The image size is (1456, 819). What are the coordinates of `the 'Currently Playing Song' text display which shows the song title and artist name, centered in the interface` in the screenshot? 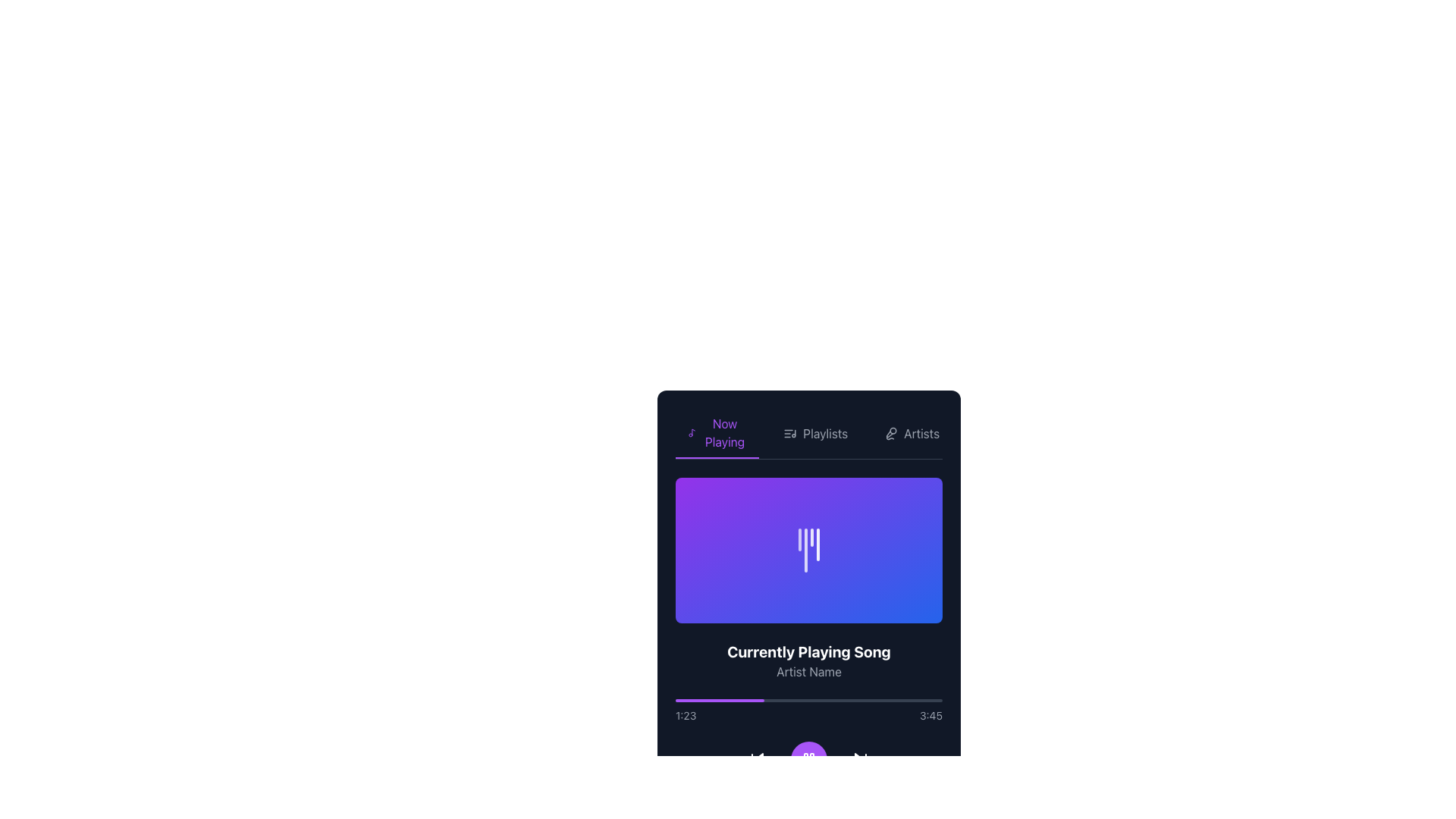 It's located at (808, 660).